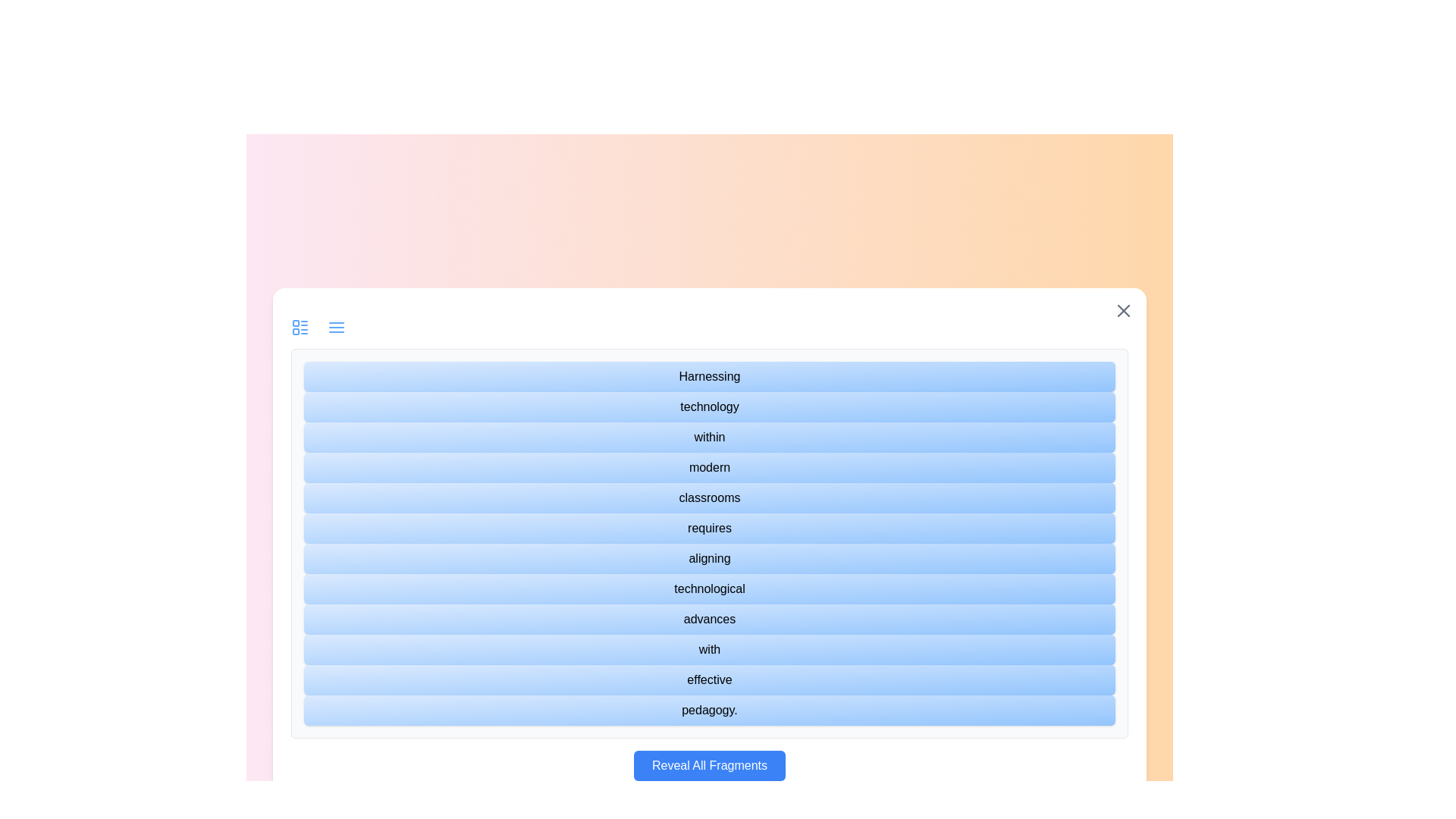  What do you see at coordinates (709, 711) in the screenshot?
I see `the text fragment labeled 'pedagogy.'` at bounding box center [709, 711].